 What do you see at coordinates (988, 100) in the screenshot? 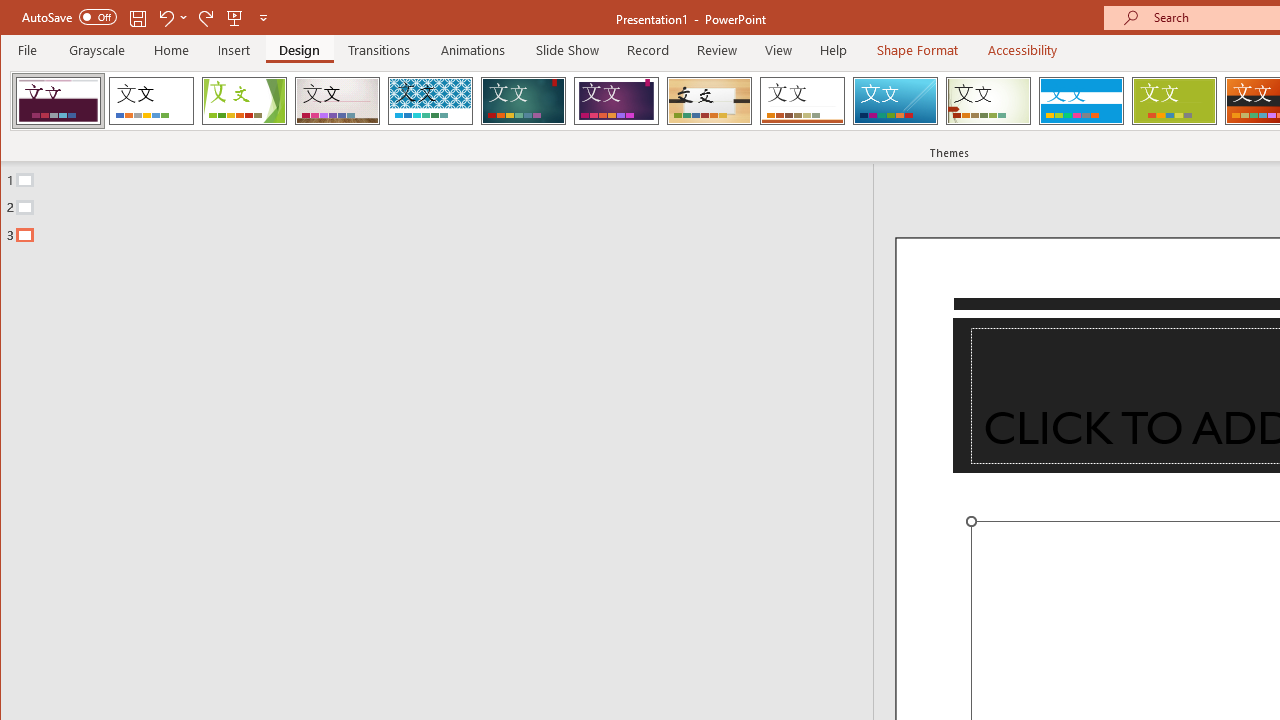
I see `'Wisp'` at bounding box center [988, 100].